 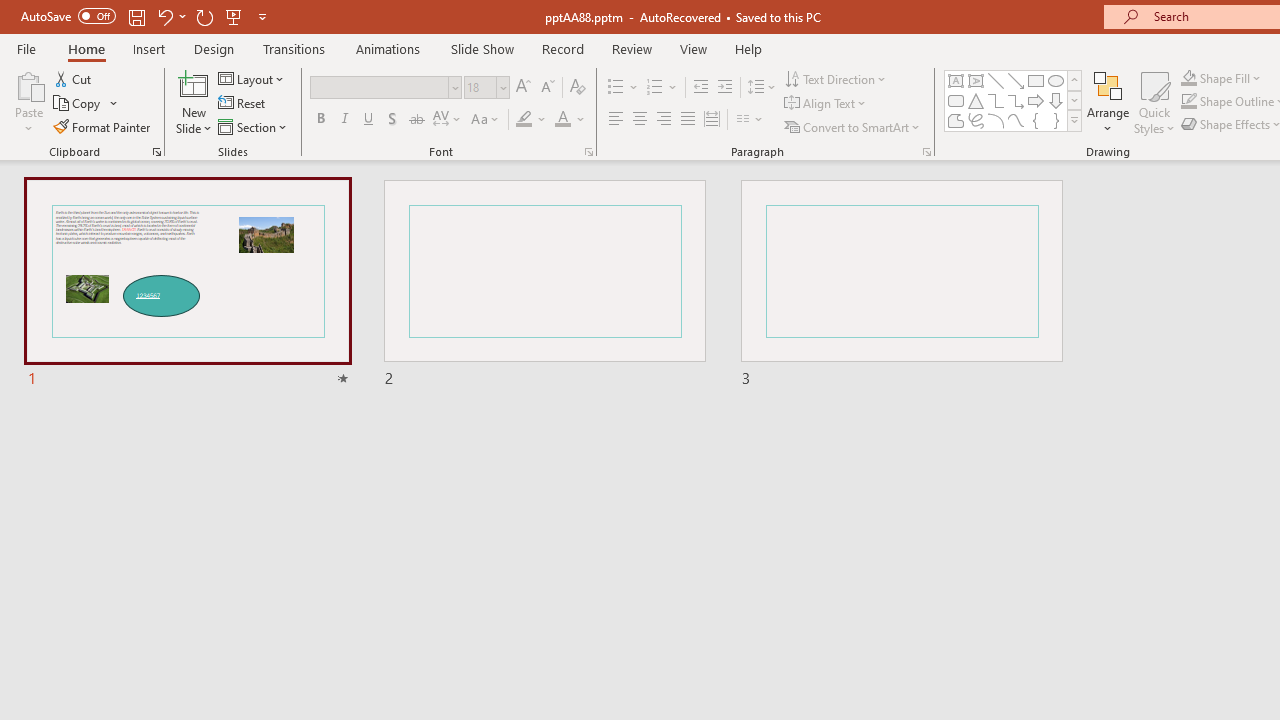 What do you see at coordinates (1055, 120) in the screenshot?
I see `'Right Brace'` at bounding box center [1055, 120].